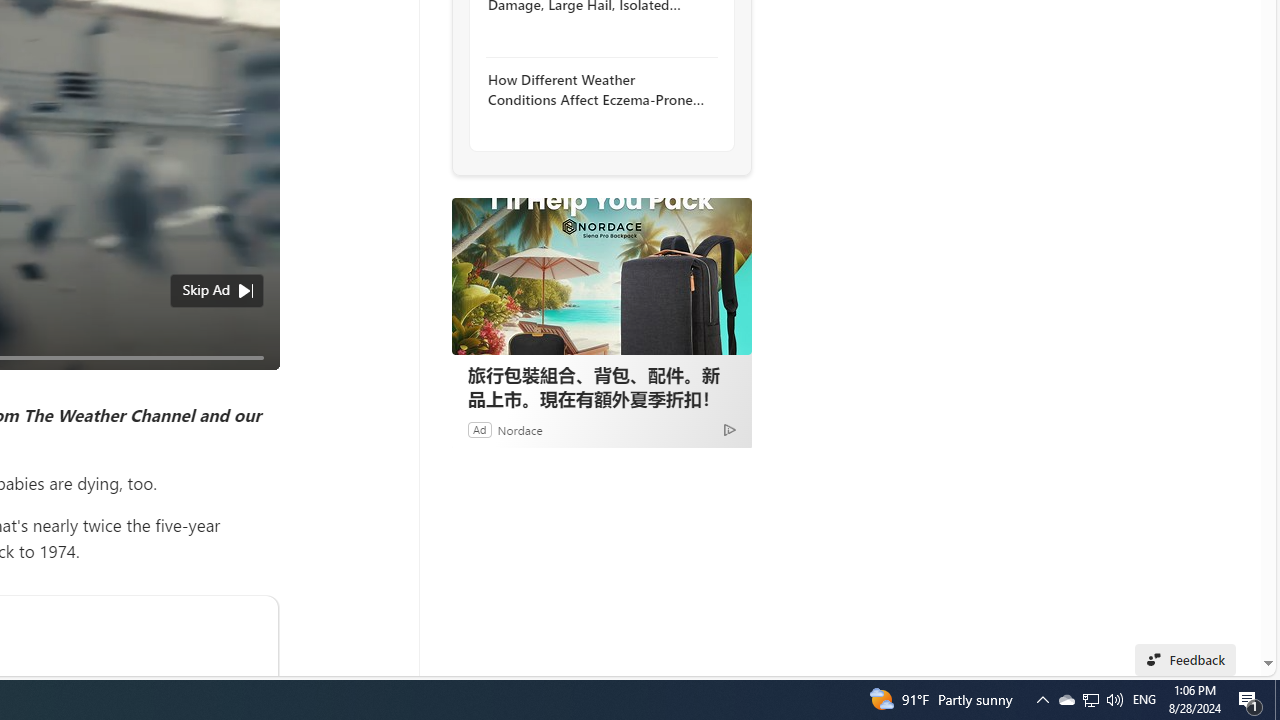 Image resolution: width=1280 pixels, height=720 pixels. I want to click on 'How Different Weather Conditions Affect Eczema-Prone Skin', so click(595, 88).